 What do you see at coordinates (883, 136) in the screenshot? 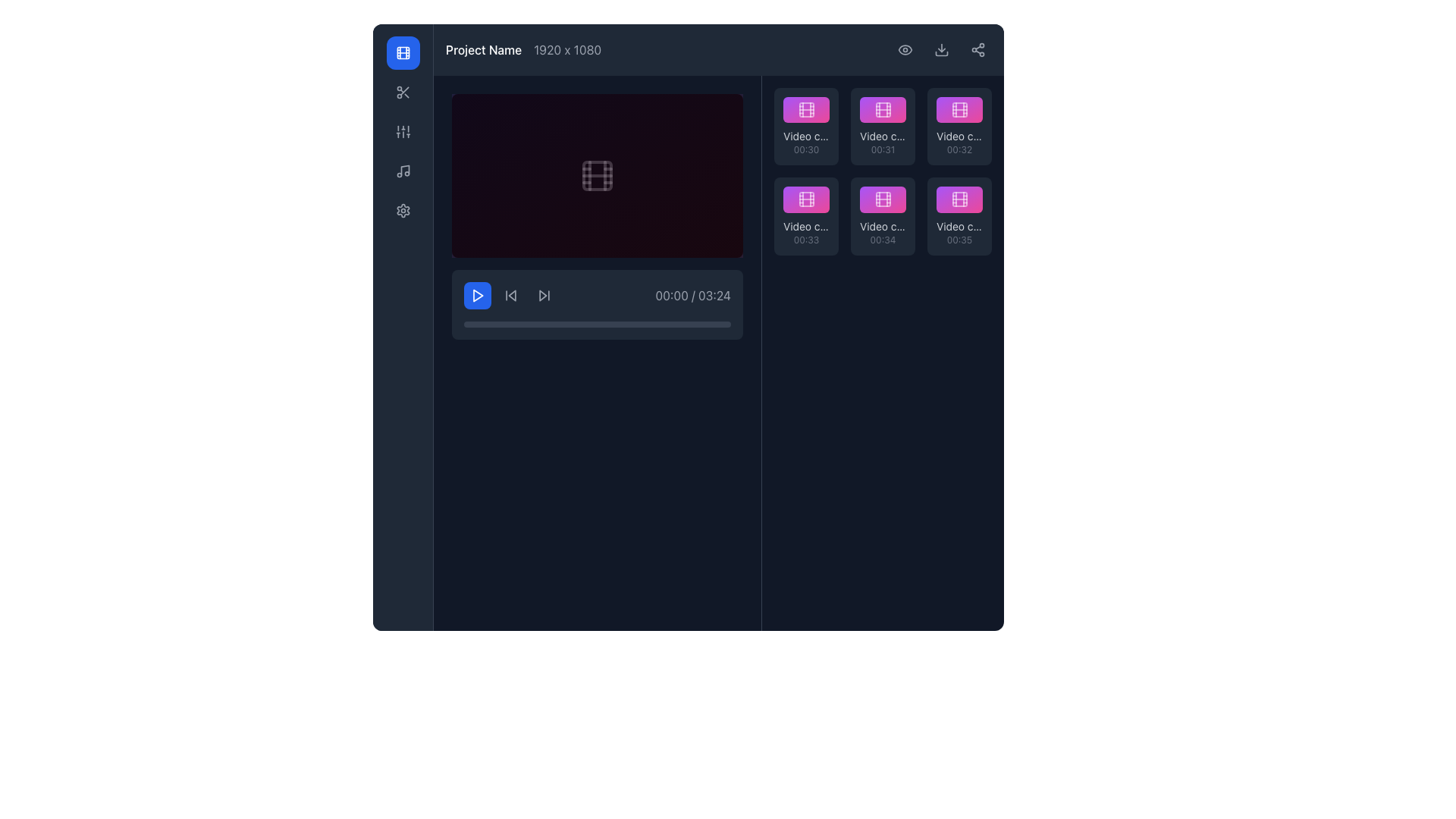
I see `the text label that serves as the title for the corresponding video clip, located at the bottom of the second card in a two-row layout in the right panel` at bounding box center [883, 136].